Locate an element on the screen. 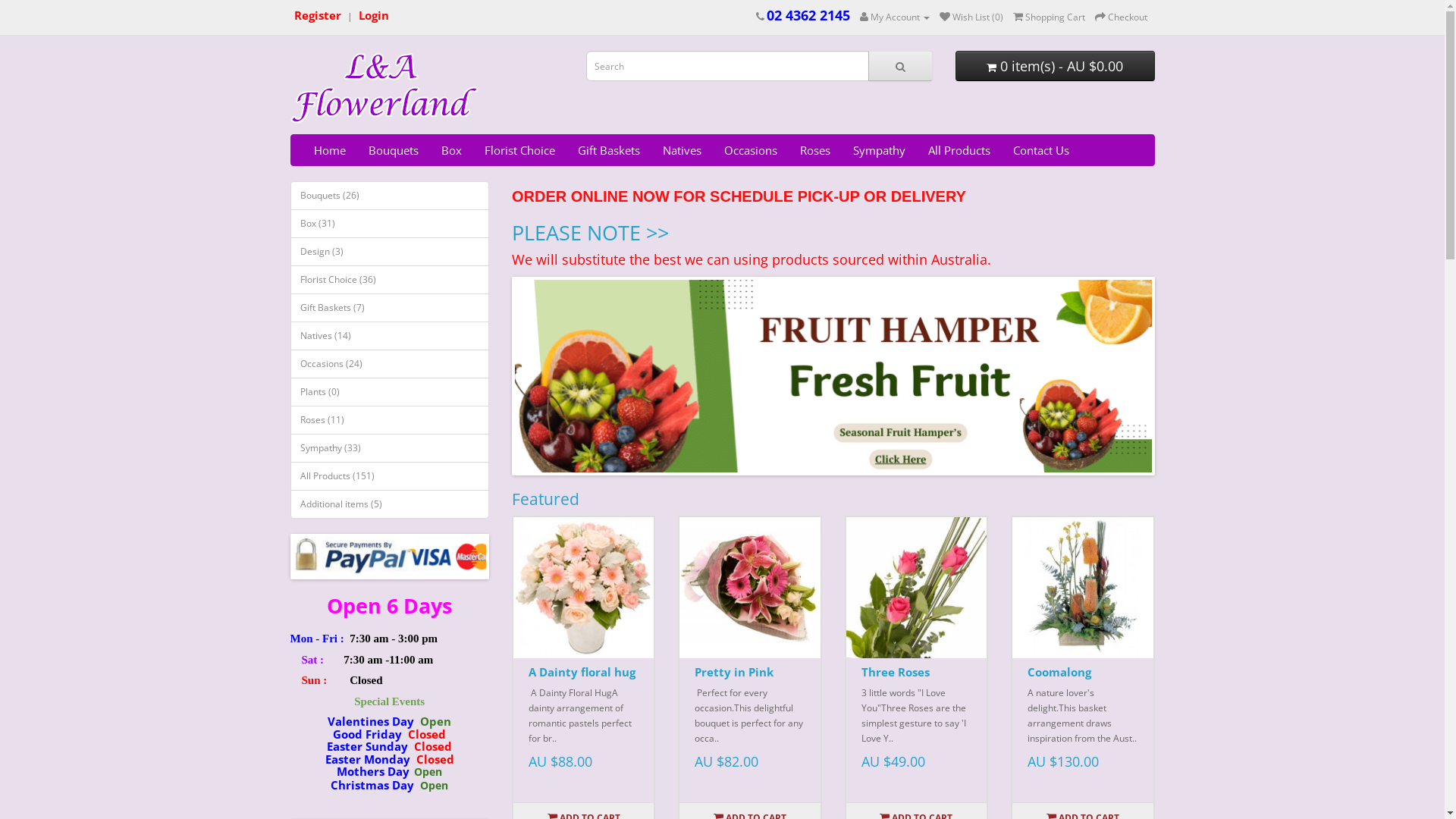  'Three Roses' is located at coordinates (915, 586).